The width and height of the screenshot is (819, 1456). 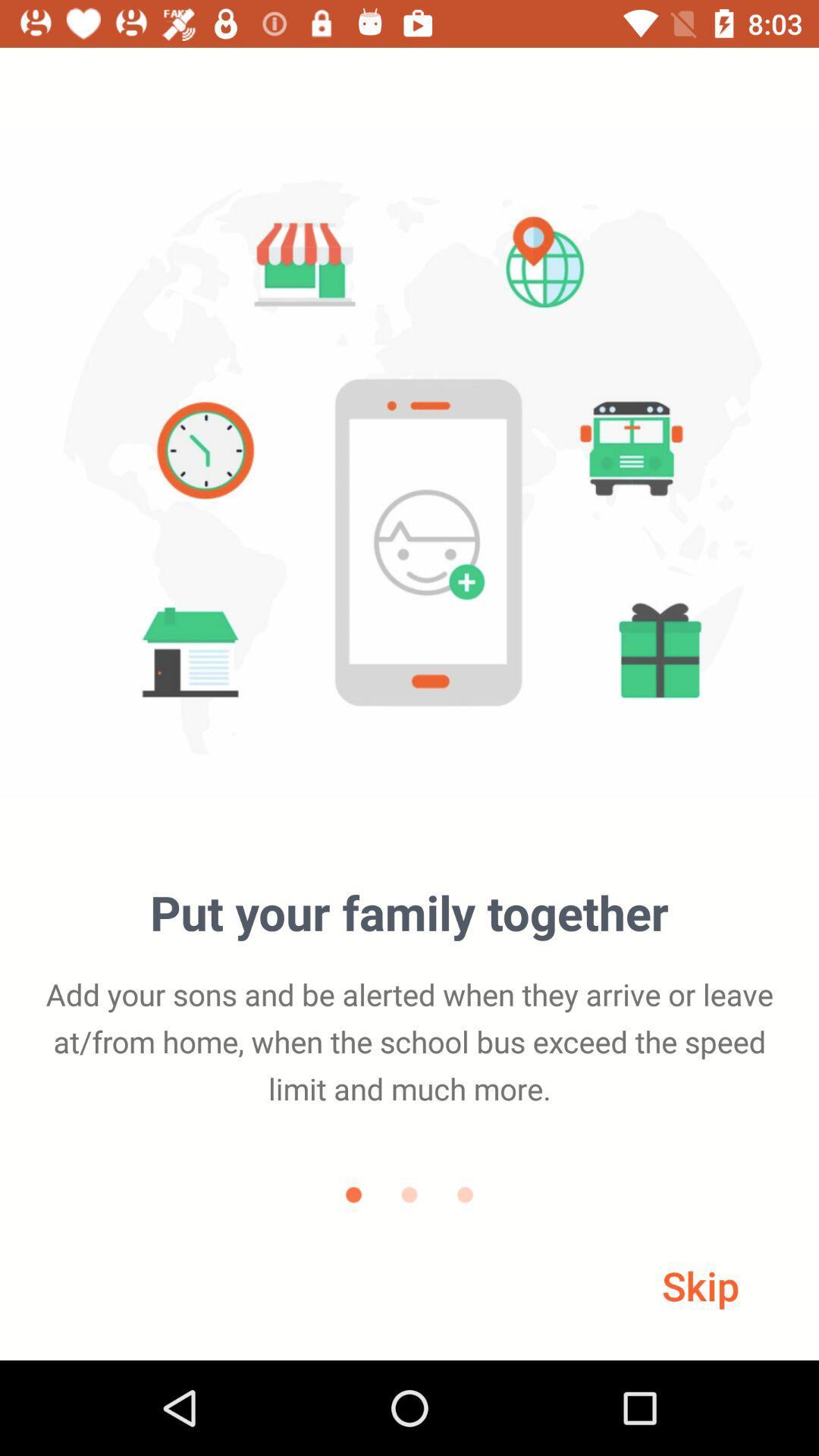 What do you see at coordinates (701, 1285) in the screenshot?
I see `the skip icon` at bounding box center [701, 1285].